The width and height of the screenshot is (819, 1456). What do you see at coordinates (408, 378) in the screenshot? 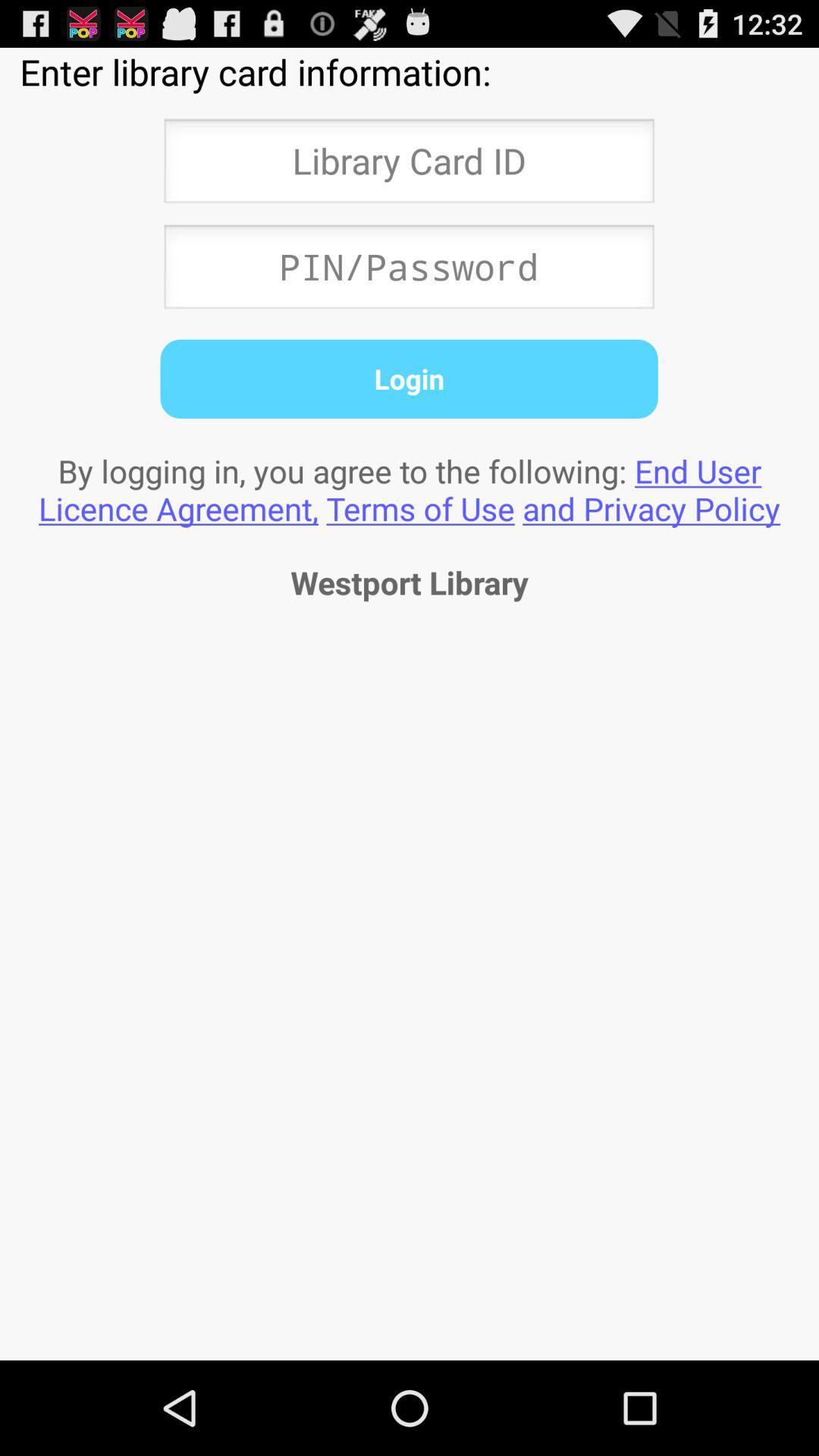
I see `the item above by logging in item` at bounding box center [408, 378].